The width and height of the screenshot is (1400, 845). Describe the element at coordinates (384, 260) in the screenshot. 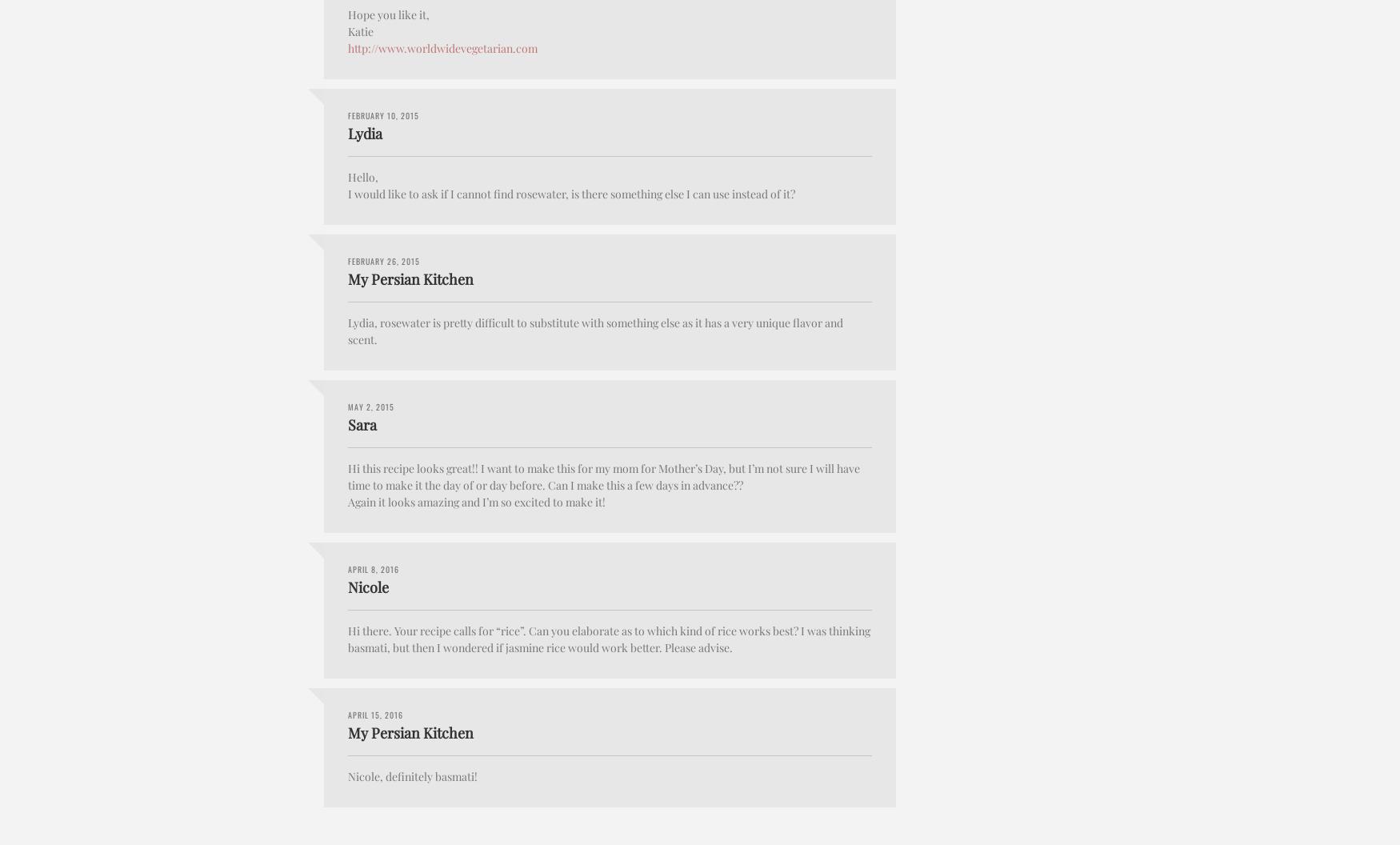

I see `'February 26, 2015'` at that location.